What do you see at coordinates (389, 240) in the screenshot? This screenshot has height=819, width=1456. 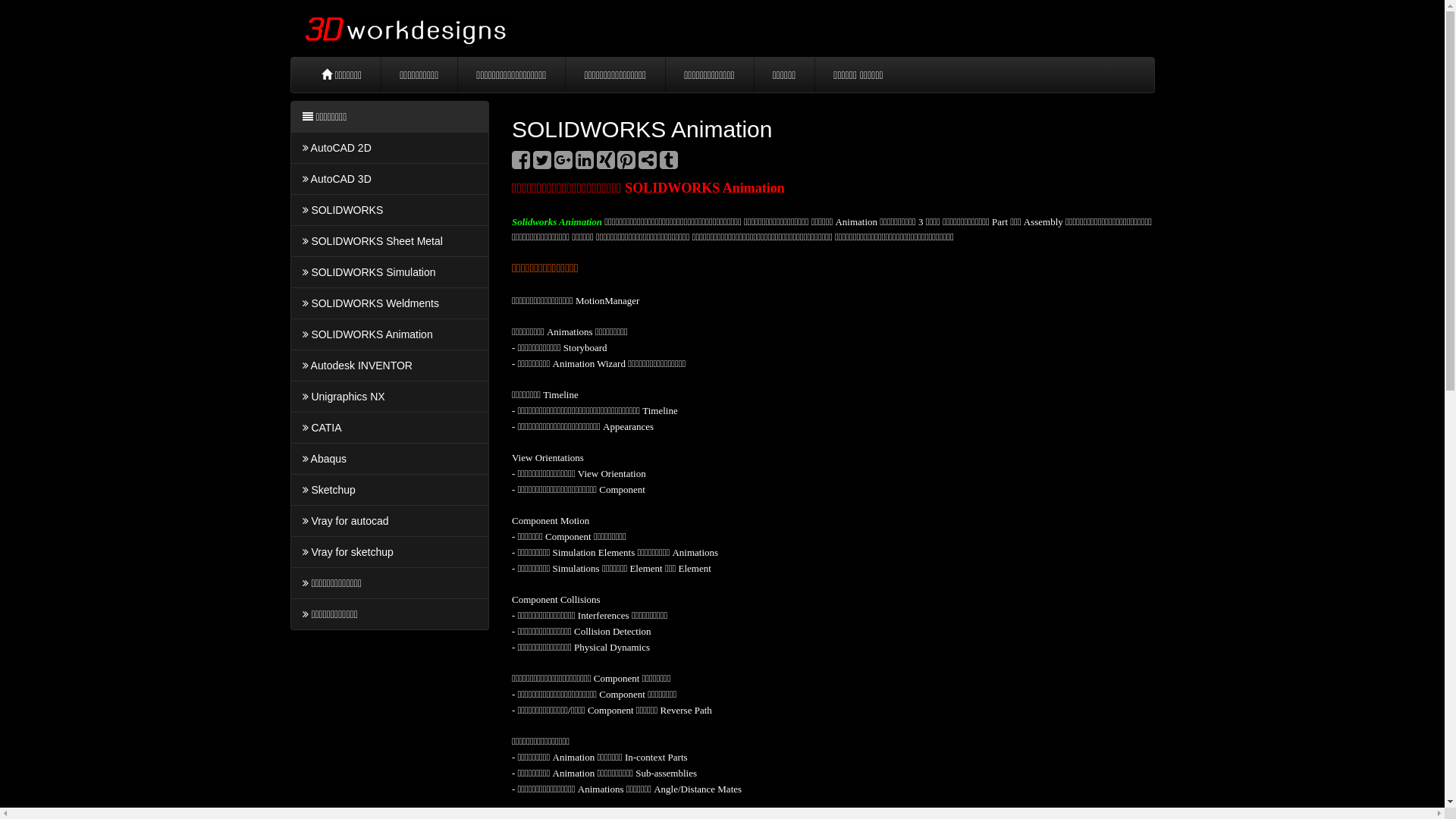 I see `'SOLIDWORKS Sheet Metal'` at bounding box center [389, 240].